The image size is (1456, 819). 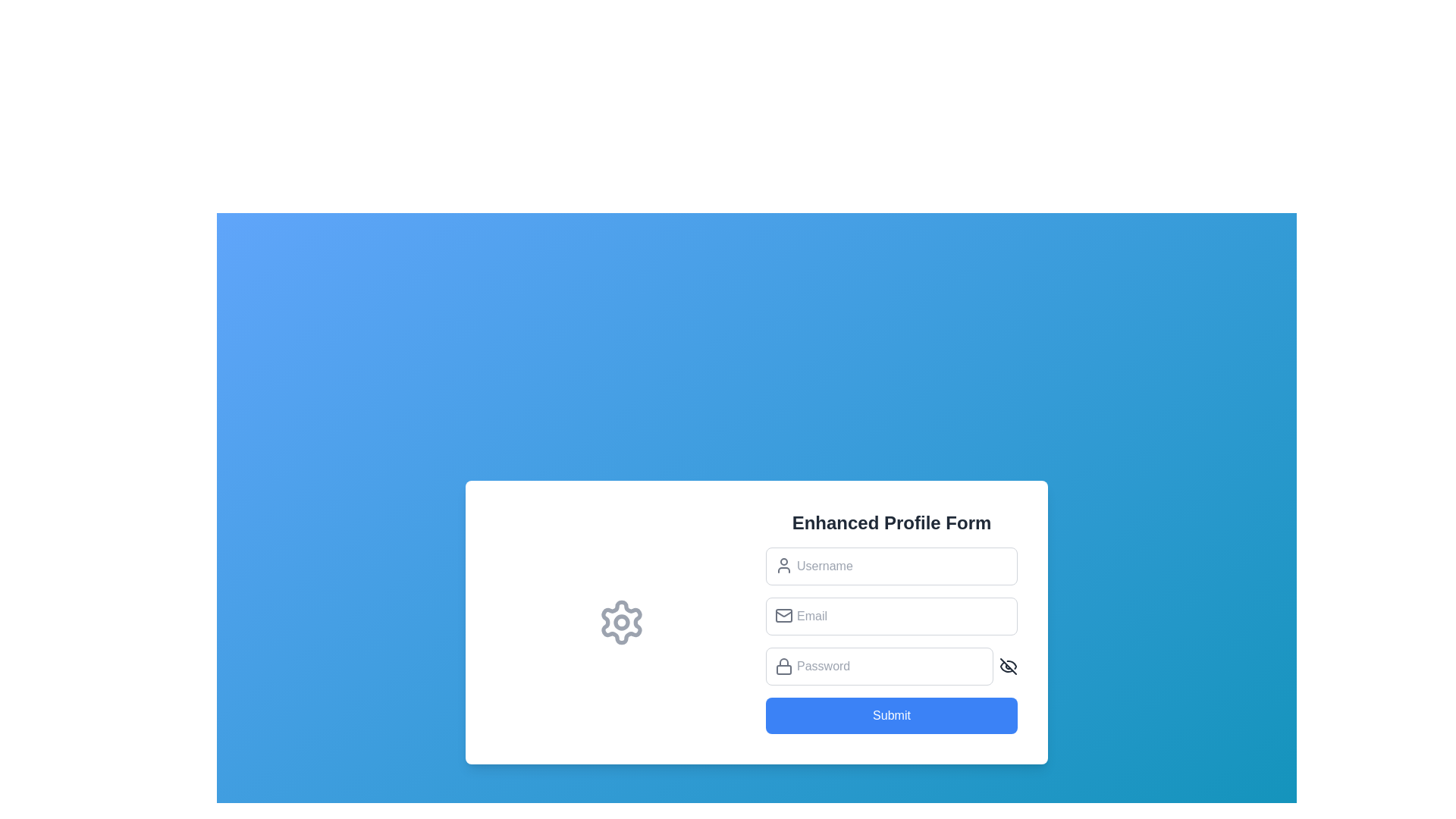 What do you see at coordinates (880, 666) in the screenshot?
I see `the Password input field, which is a text input with a rounded border and a placeholder that reads 'Password', located beneath the Username and Email fields` at bounding box center [880, 666].